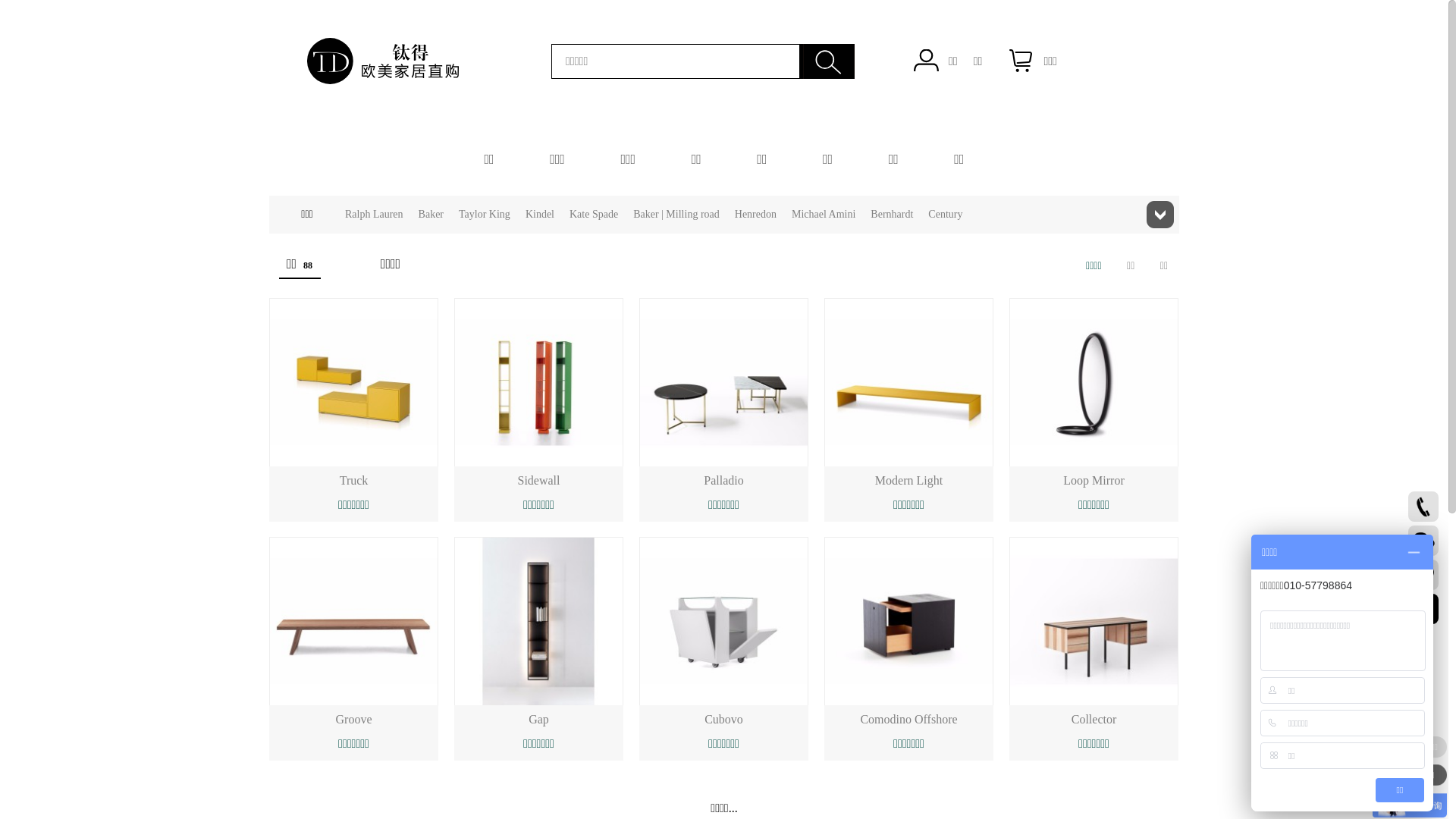 Image resolution: width=1456 pixels, height=819 pixels. I want to click on 'Ralph Lauren', so click(374, 214).